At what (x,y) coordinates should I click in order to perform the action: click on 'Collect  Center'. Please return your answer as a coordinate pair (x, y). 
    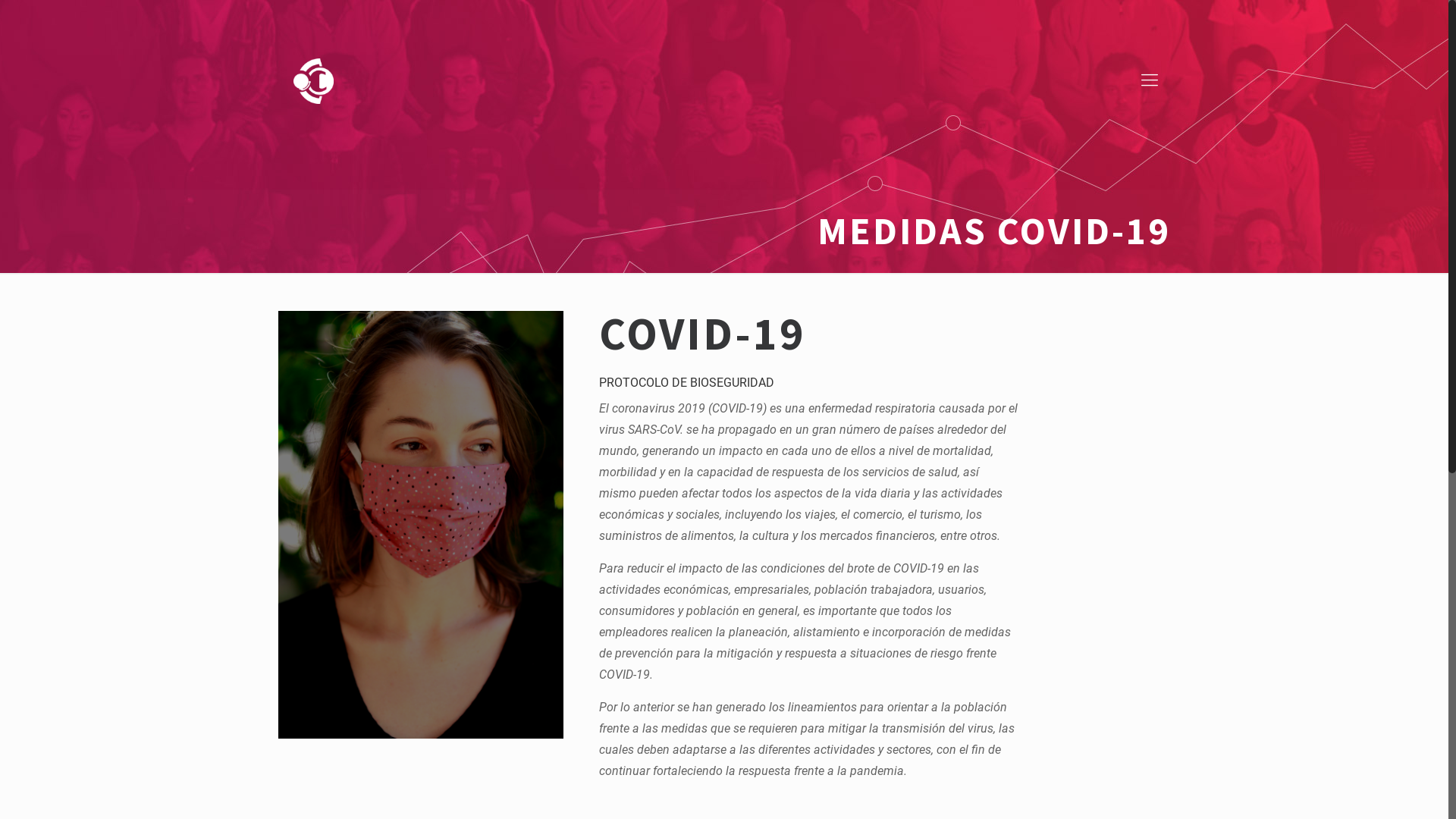
    Looking at the image, I should click on (312, 80).